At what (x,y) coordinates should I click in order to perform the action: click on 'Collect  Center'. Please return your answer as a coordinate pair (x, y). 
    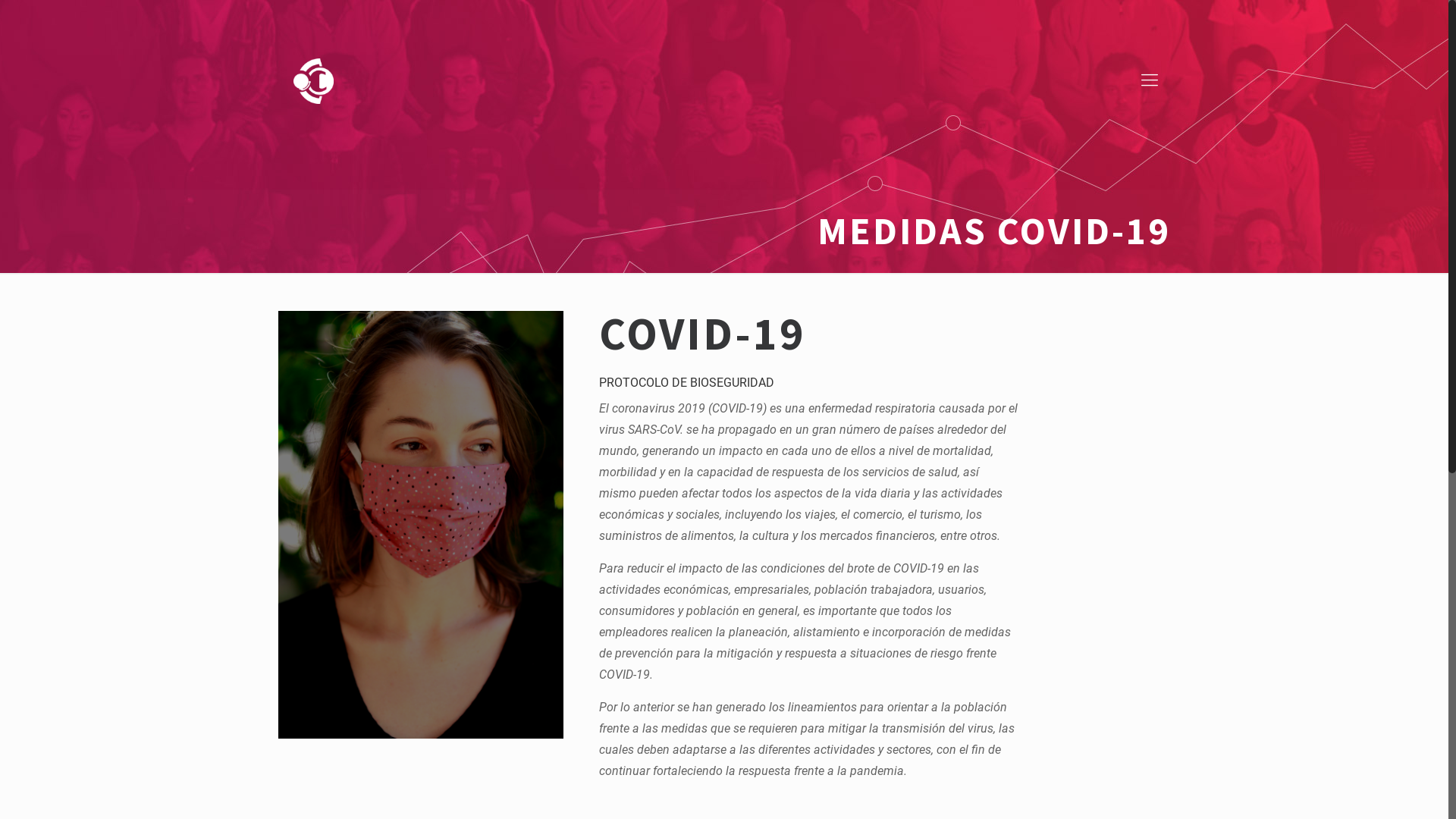
    Looking at the image, I should click on (312, 80).